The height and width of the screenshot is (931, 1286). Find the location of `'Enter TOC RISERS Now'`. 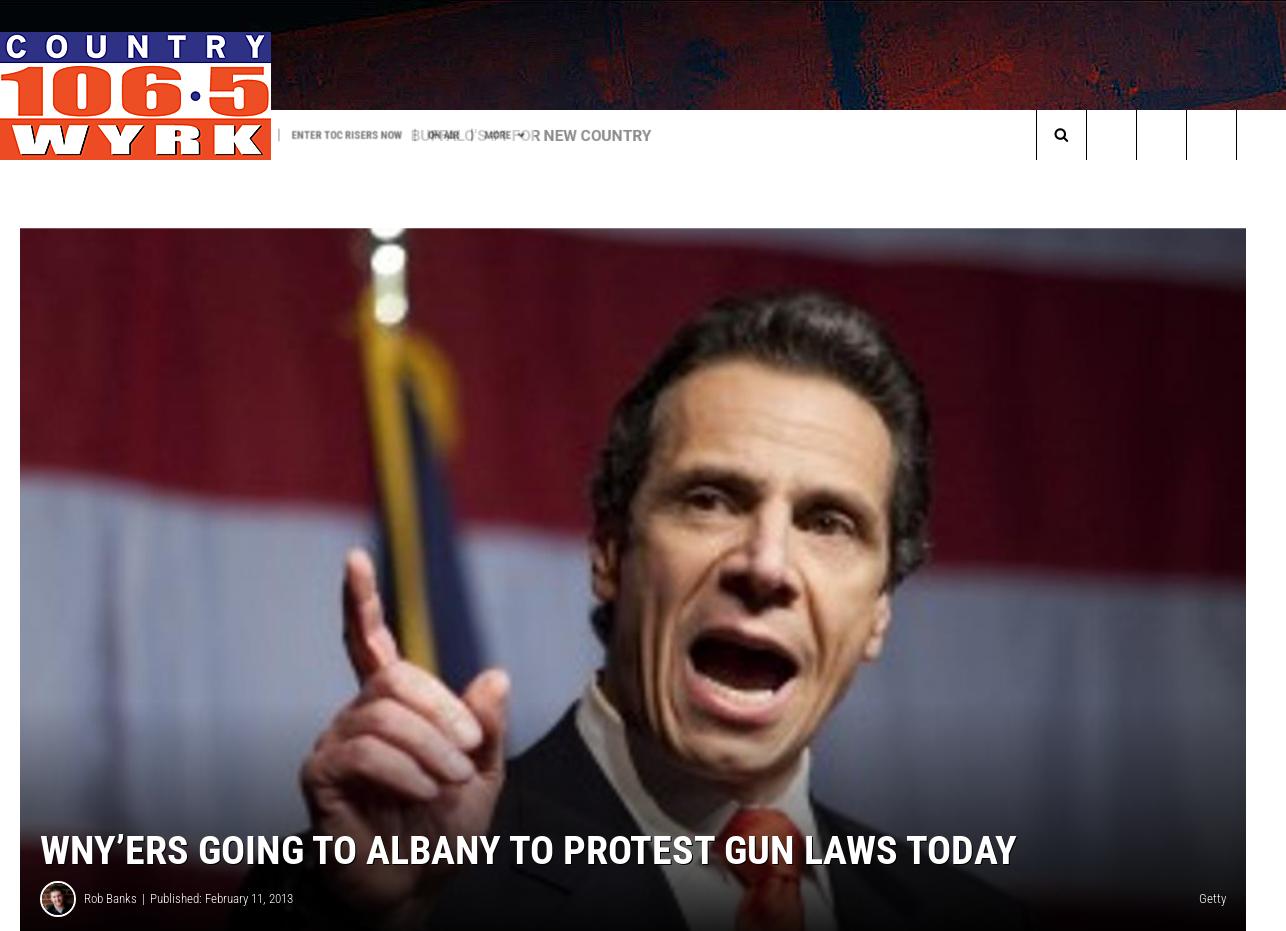

'Enter TOC RISERS Now' is located at coordinates (353, 133).